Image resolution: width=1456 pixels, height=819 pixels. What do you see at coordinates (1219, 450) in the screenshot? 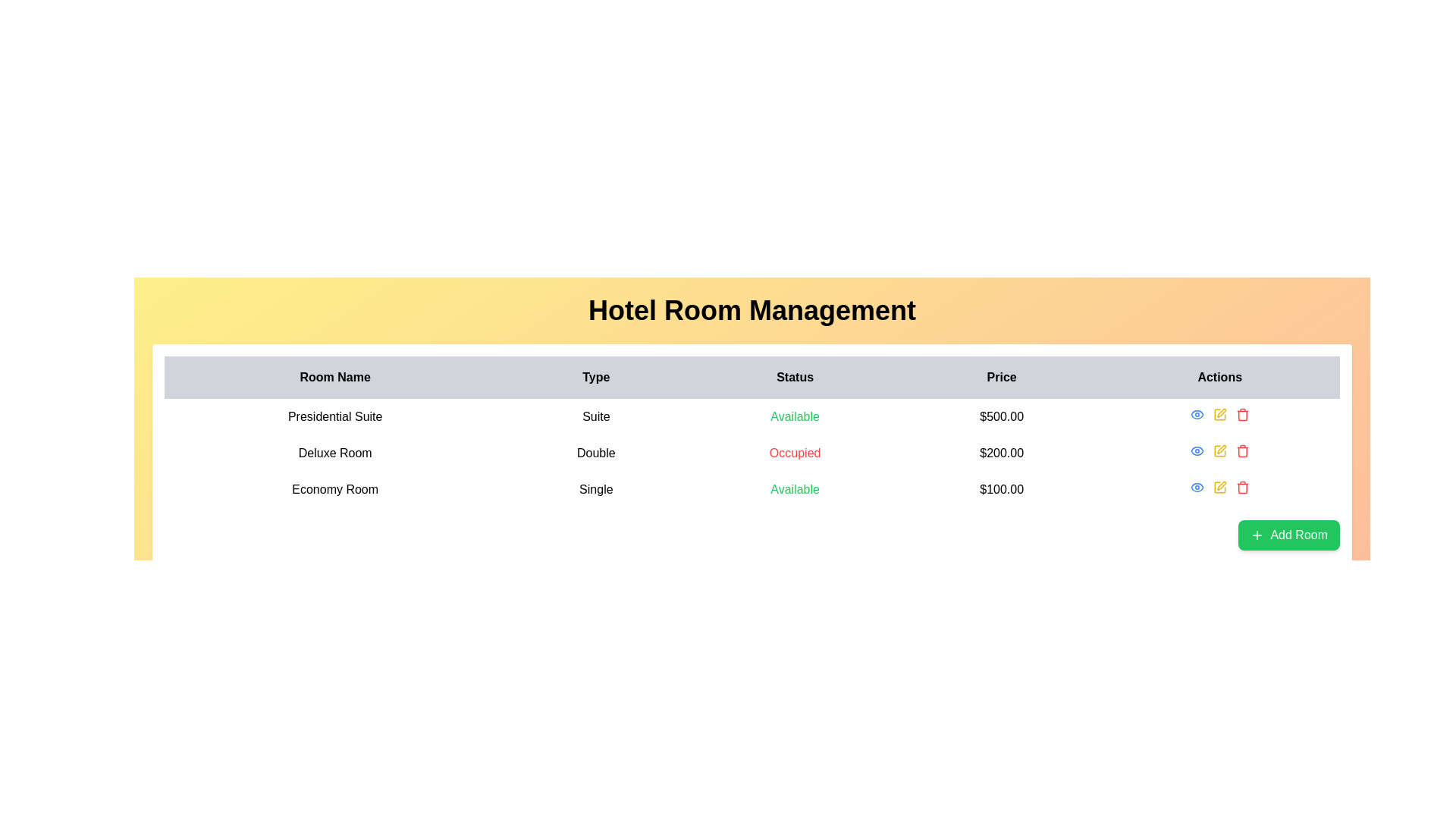
I see `the yellow pencil icon in the Inline action buttons group located in the 'Actions' column of the second row of the hotel room management table` at bounding box center [1219, 450].